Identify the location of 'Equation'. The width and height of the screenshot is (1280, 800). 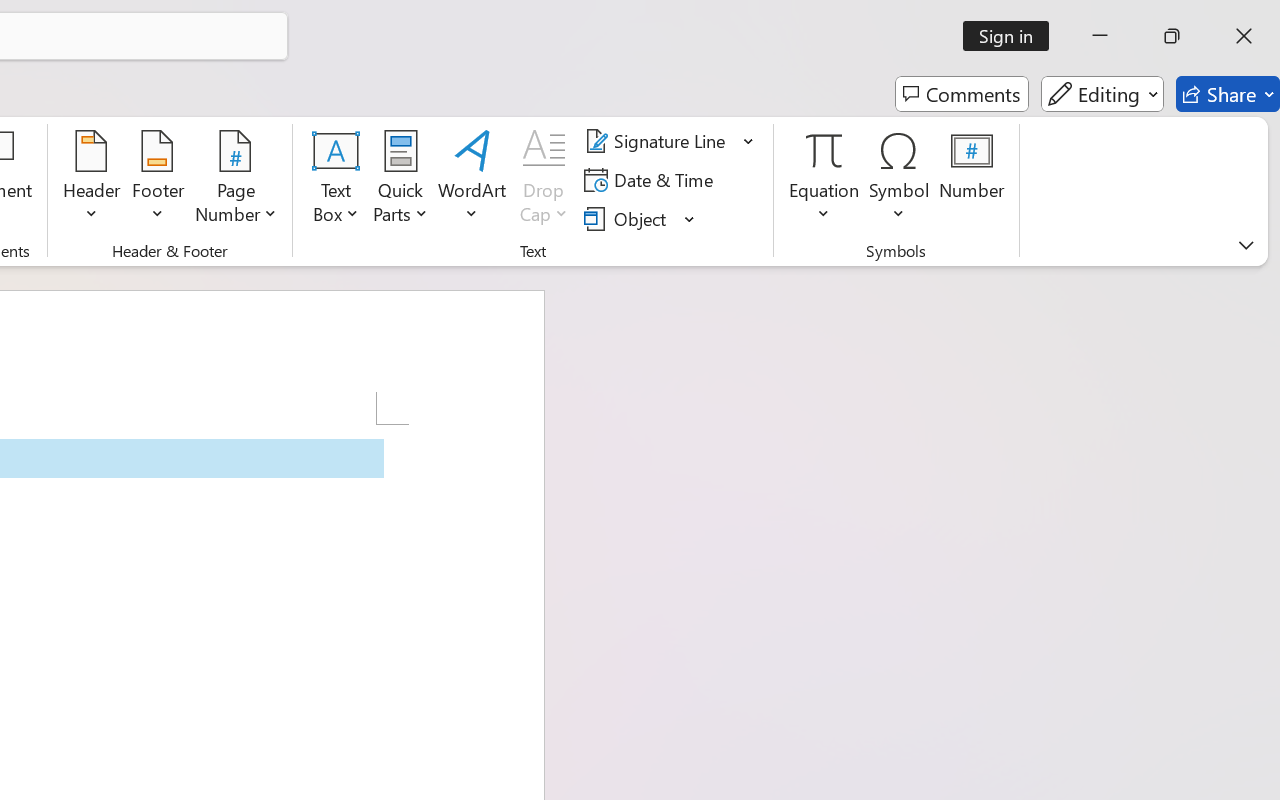
(824, 179).